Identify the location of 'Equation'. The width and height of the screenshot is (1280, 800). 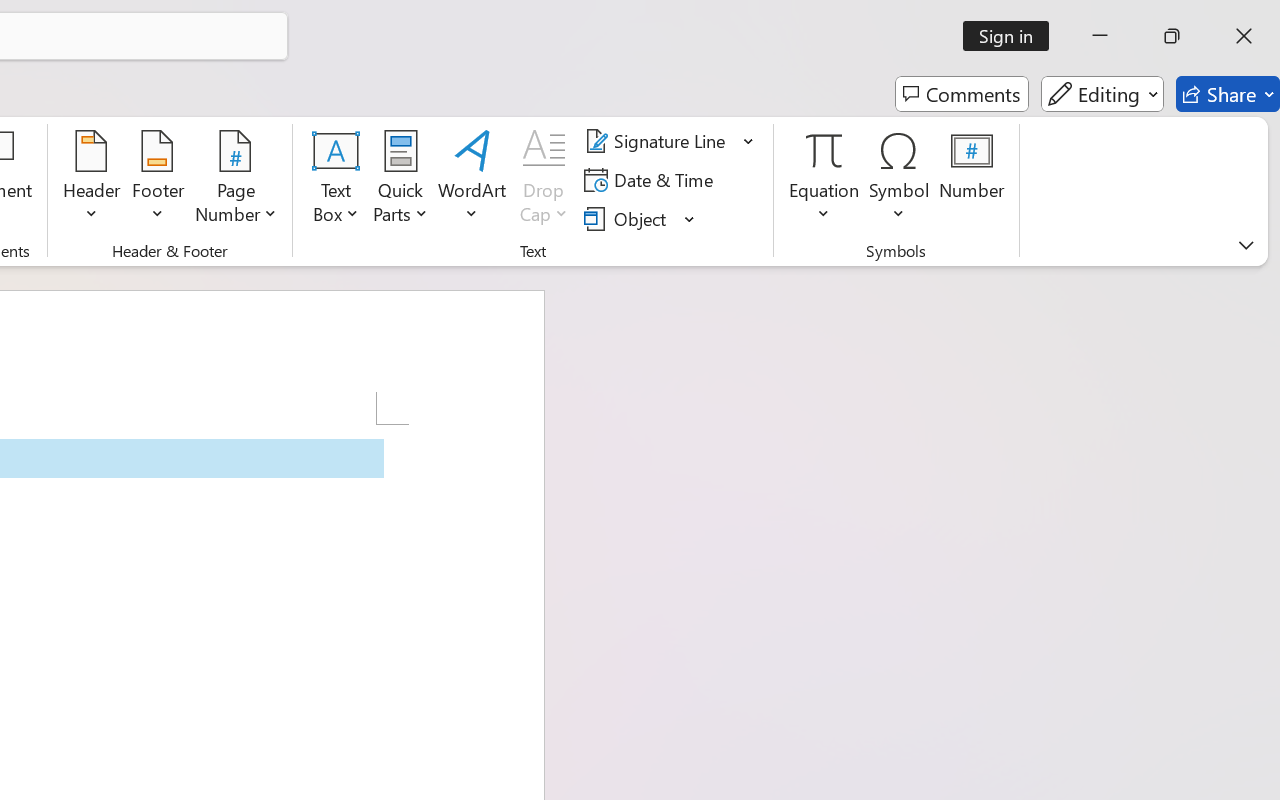
(824, 179).